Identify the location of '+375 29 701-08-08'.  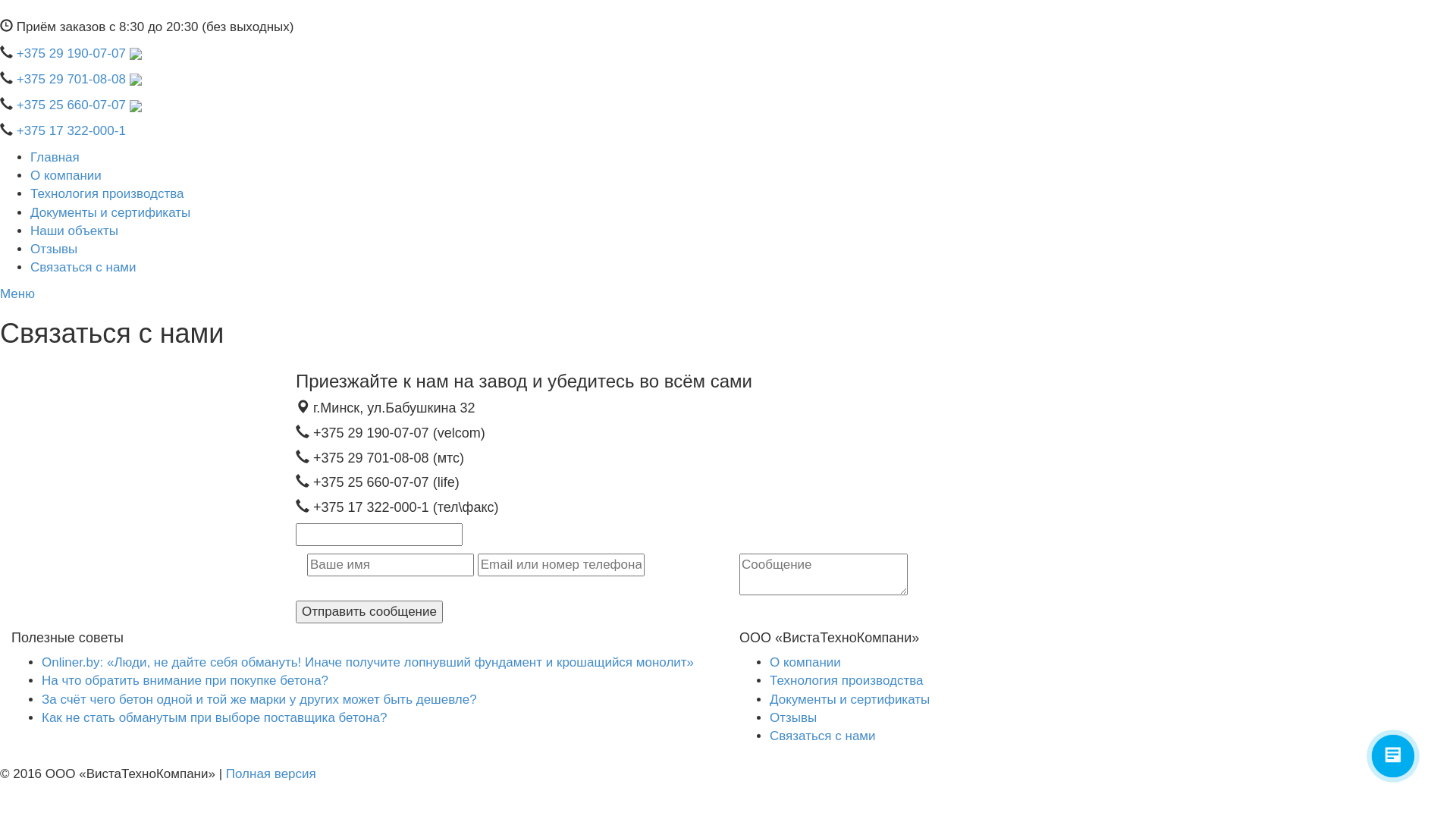
(78, 79).